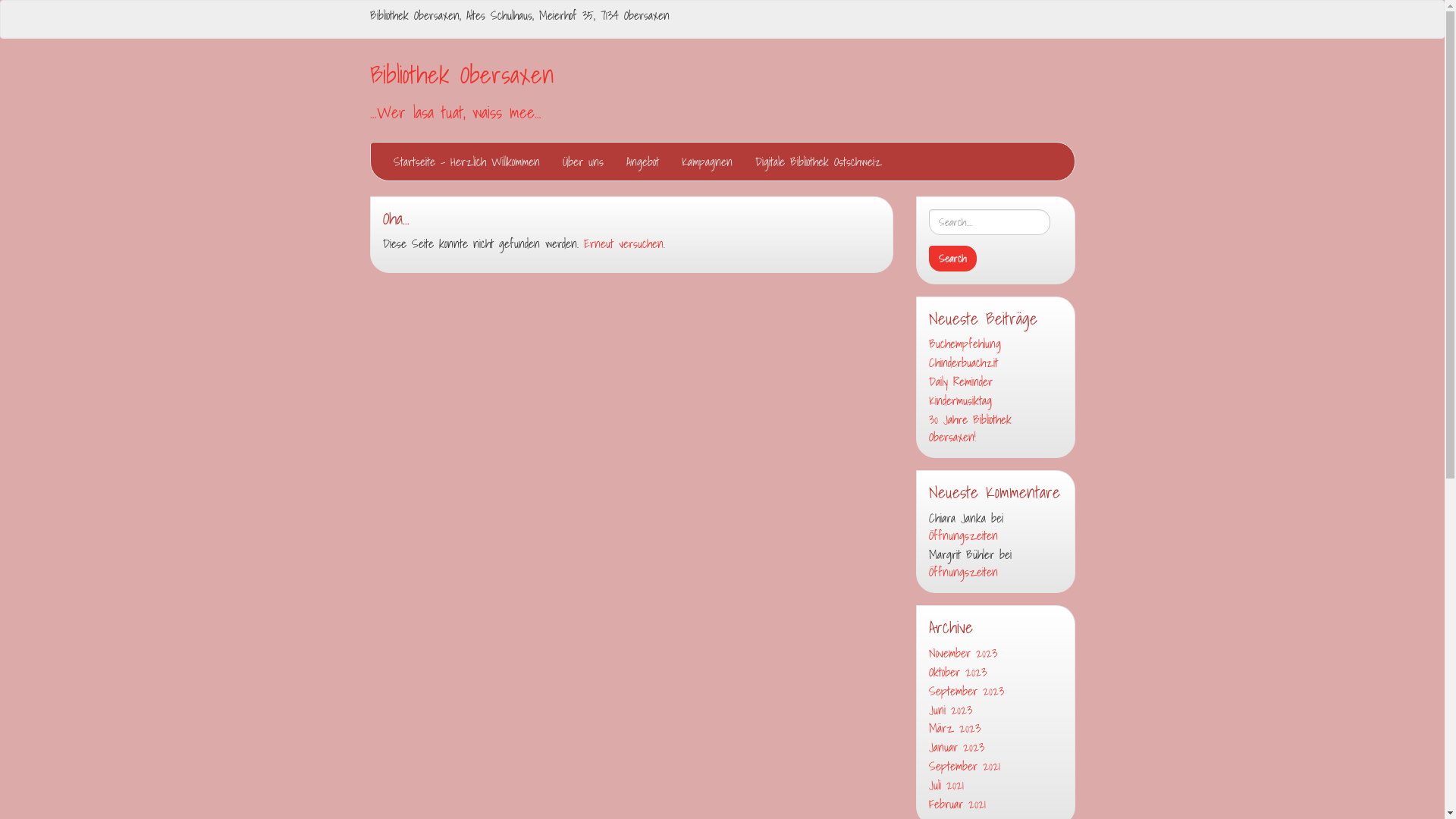 The width and height of the screenshot is (1456, 819). Describe the element at coordinates (994, 381) in the screenshot. I see `'Daily Reminder'` at that location.